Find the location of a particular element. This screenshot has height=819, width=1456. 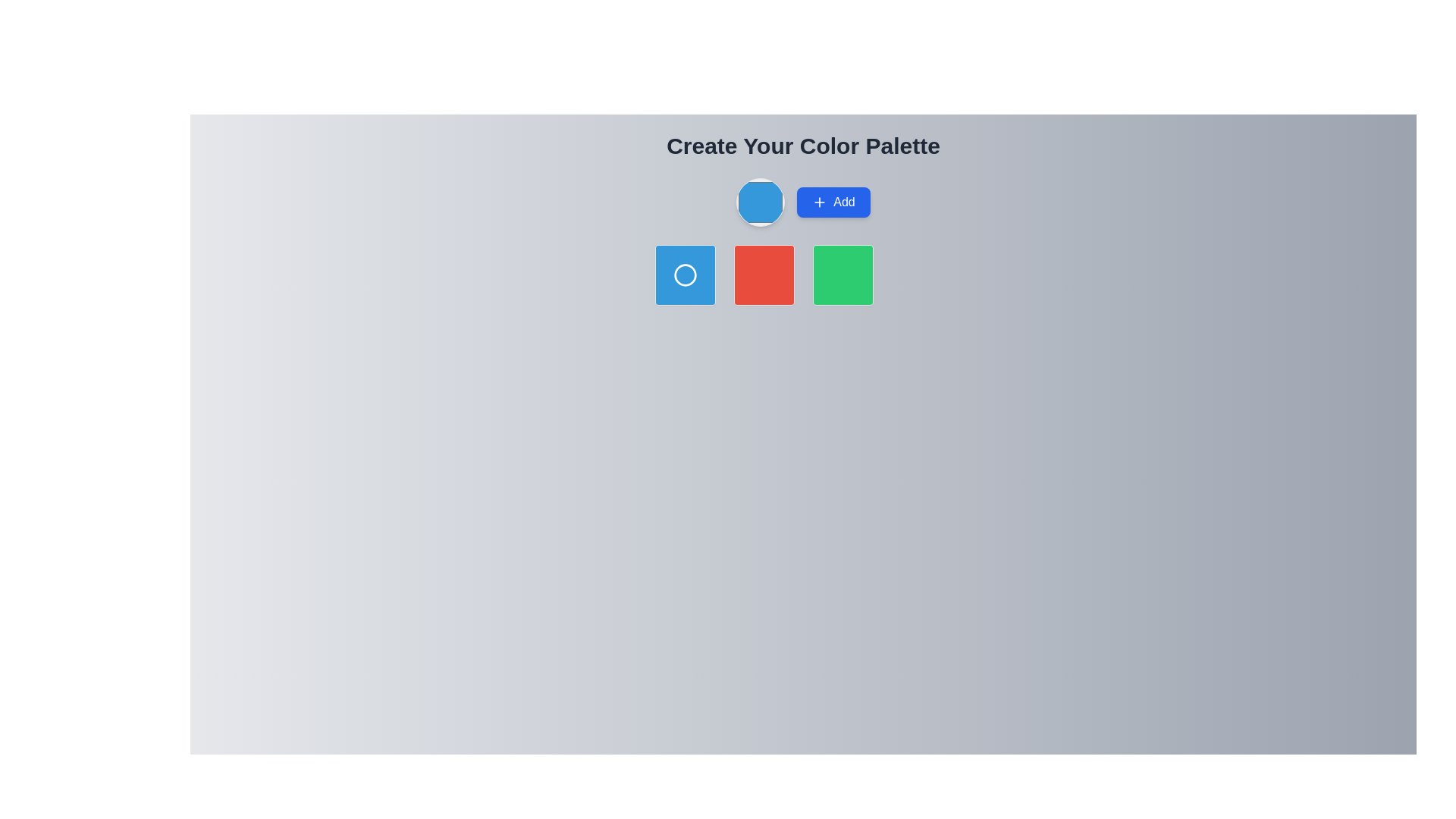

the blue square button with rounded corners and a white circle outline icon, which is the first item in the grid under the 'Create Your Color Palette' header is located at coordinates (684, 275).